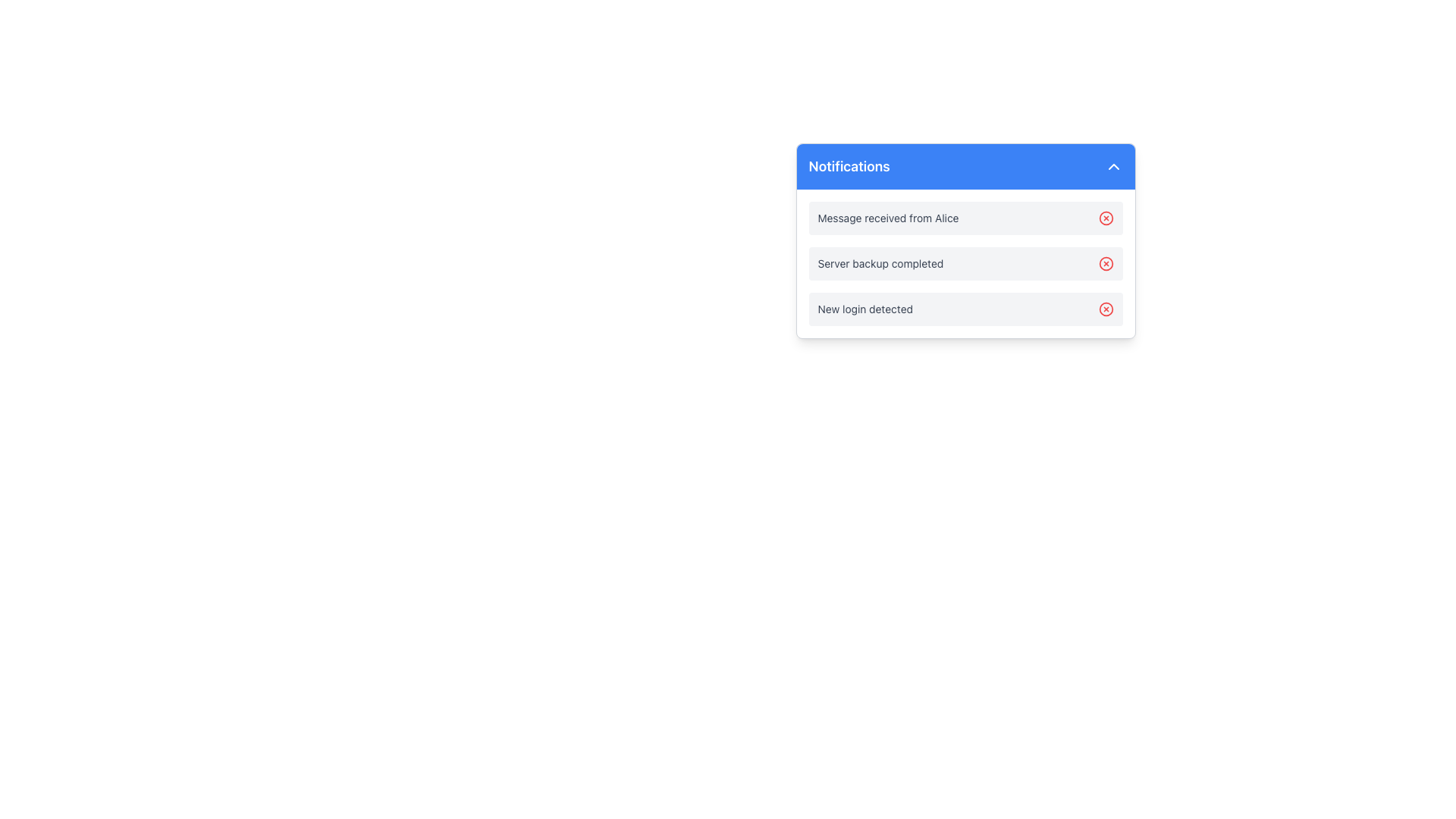 This screenshot has width=1456, height=819. Describe the element at coordinates (965, 262) in the screenshot. I see `details of the notification item displaying 'Server backup completed' with a dismiss button` at that location.